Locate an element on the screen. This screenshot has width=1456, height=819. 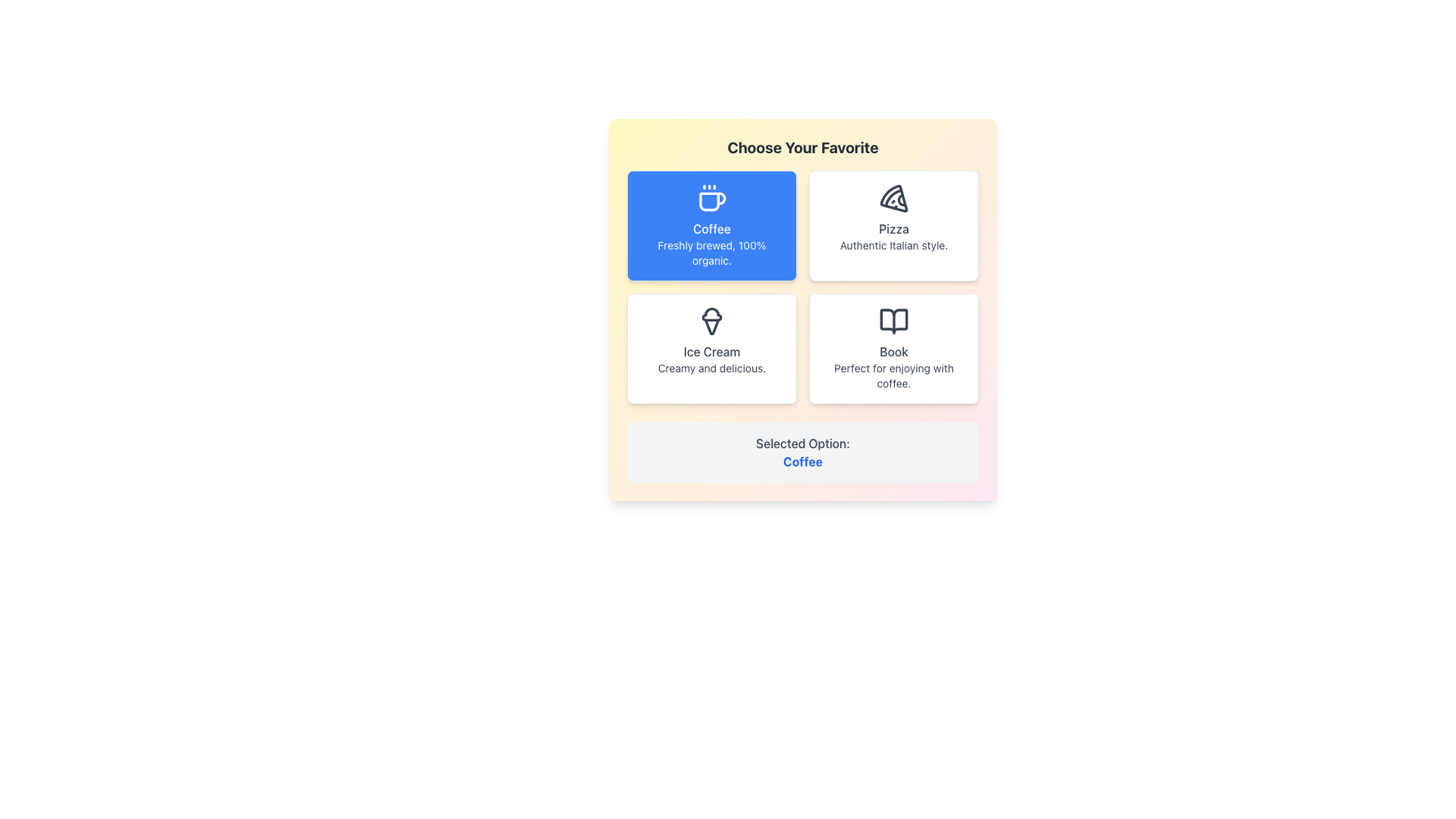
the graphical icon resembling an open book with two symmetric pages located in the fourth card labeled 'Book' within the 'Choose Your Favorite' interface section is located at coordinates (894, 321).